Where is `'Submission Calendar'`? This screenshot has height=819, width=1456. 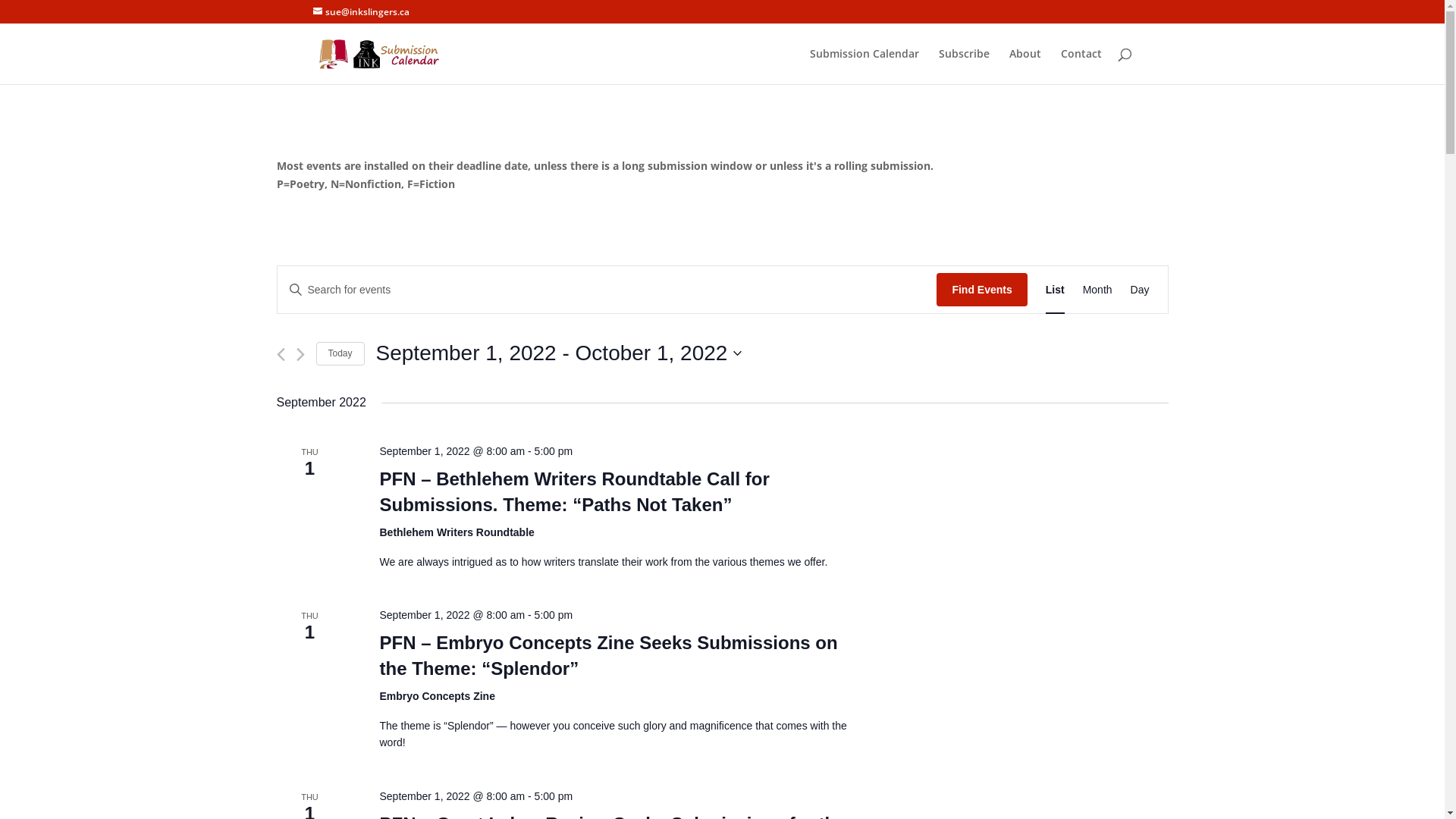
'Submission Calendar' is located at coordinates (809, 65).